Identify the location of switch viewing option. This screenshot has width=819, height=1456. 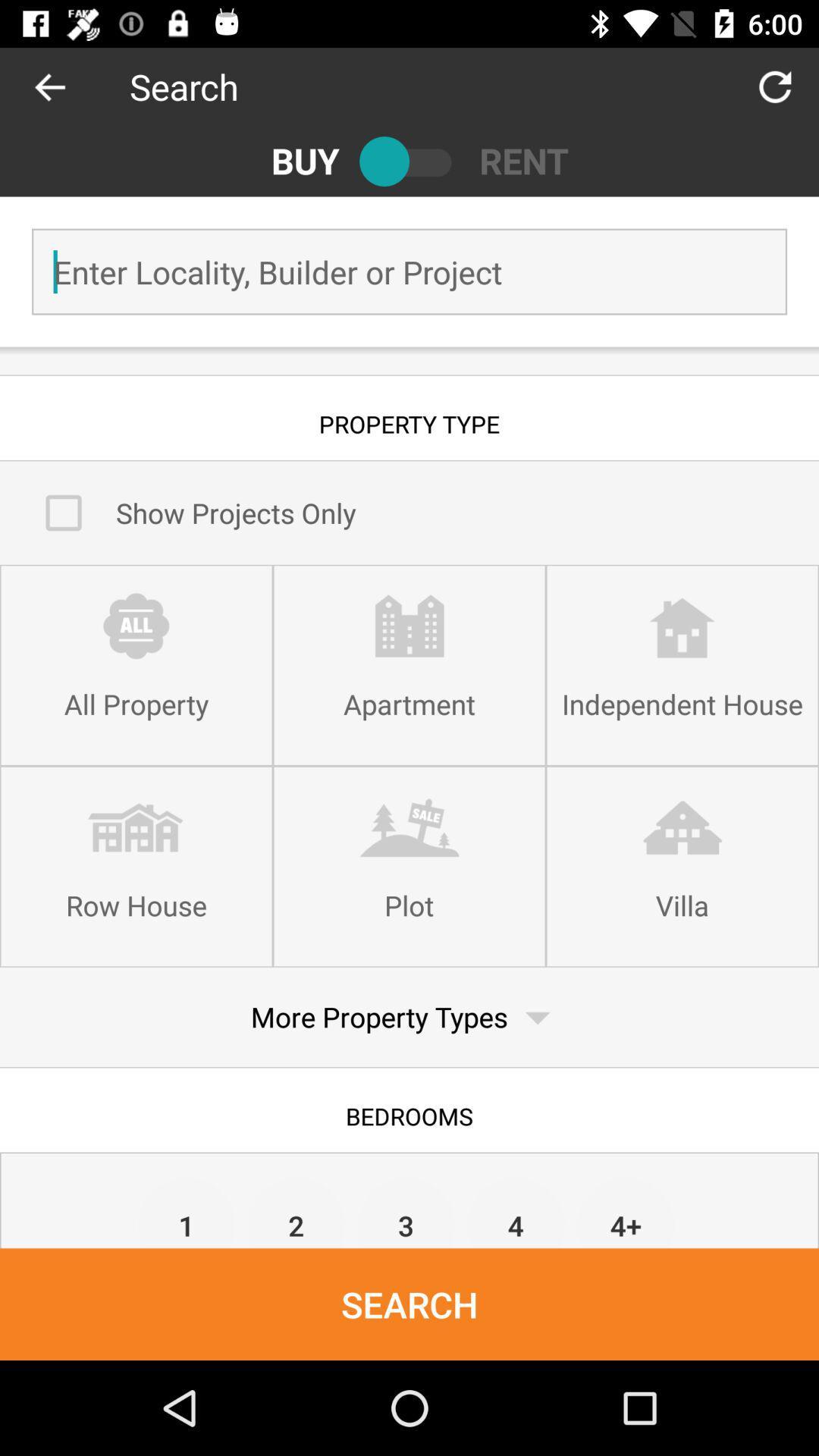
(409, 161).